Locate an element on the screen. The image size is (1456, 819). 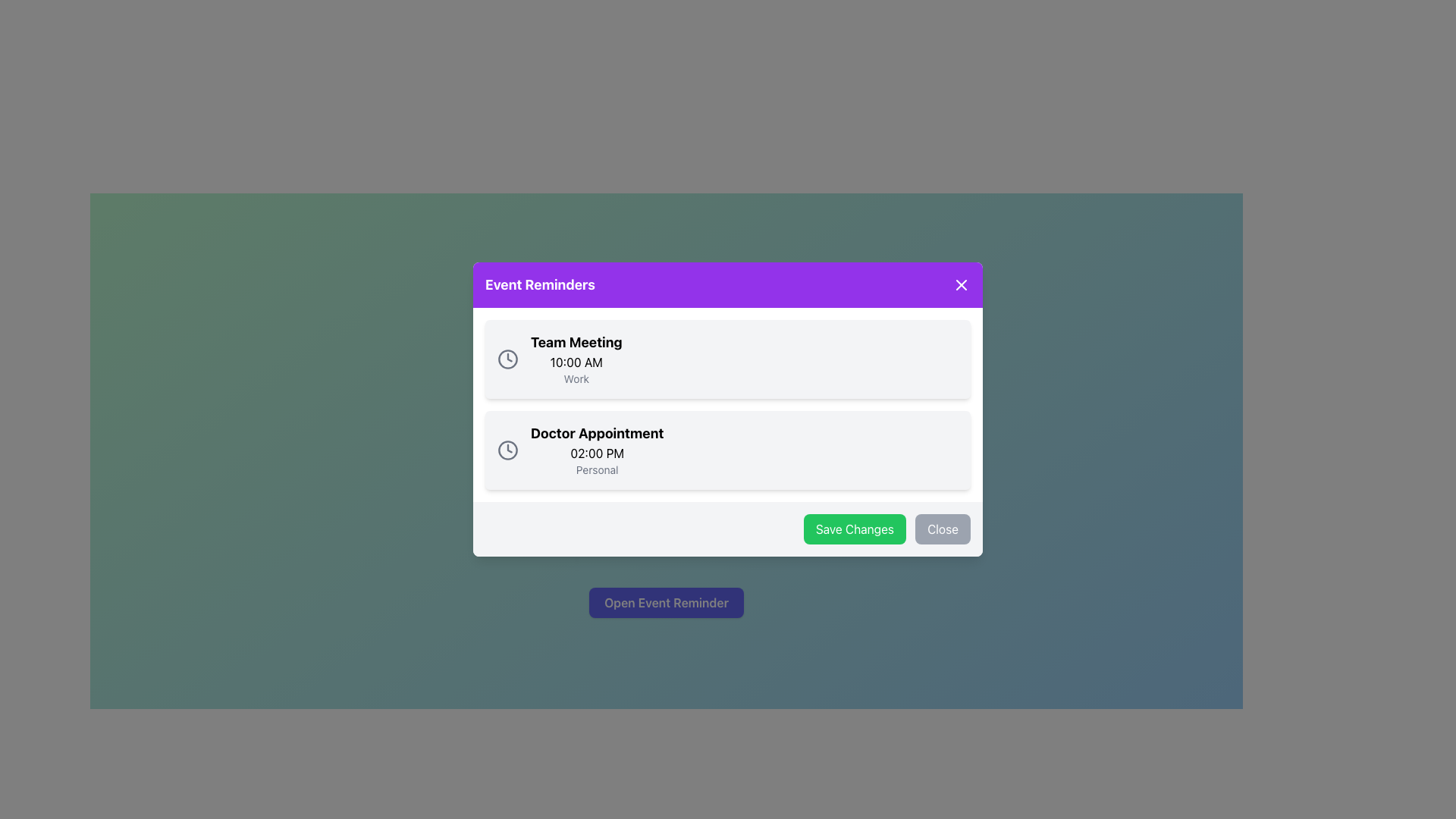
the bold text label stating 'Doctor Appointment' in the second row of the reminders list is located at coordinates (596, 433).